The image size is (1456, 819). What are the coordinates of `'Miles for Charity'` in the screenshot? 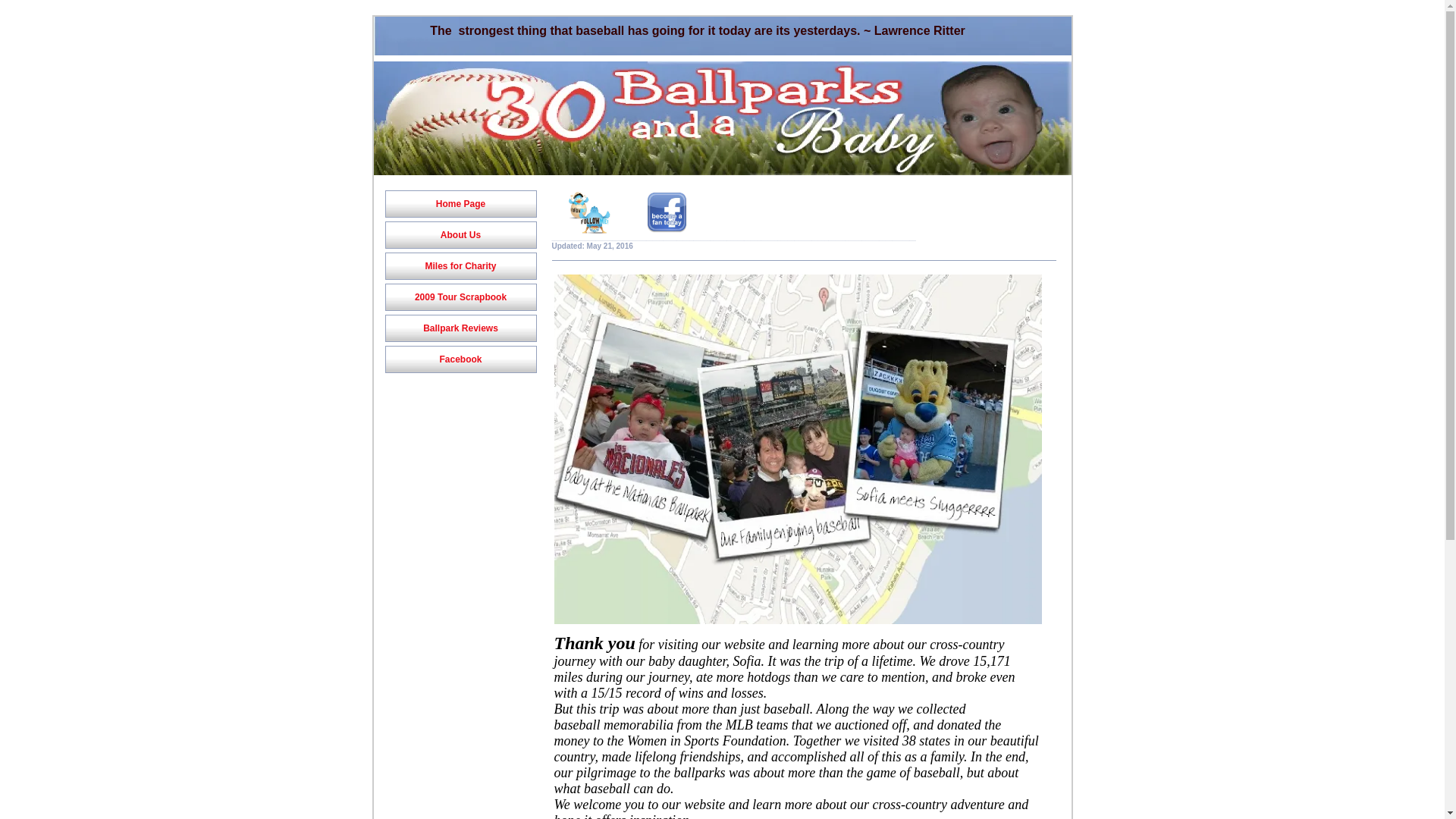 It's located at (459, 265).